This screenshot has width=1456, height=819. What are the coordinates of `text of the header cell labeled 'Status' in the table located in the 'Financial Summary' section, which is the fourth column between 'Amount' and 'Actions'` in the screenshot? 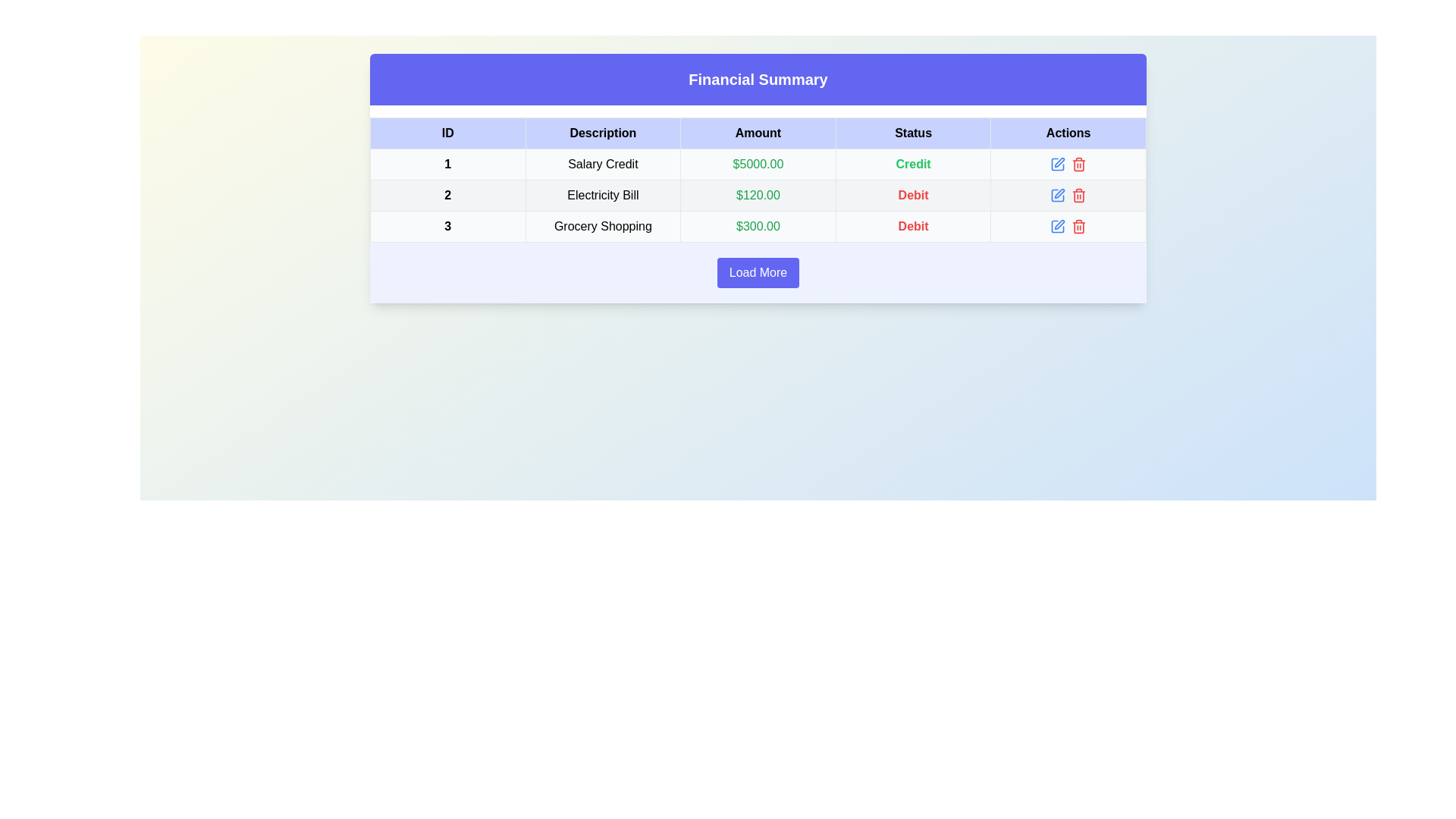 It's located at (912, 133).